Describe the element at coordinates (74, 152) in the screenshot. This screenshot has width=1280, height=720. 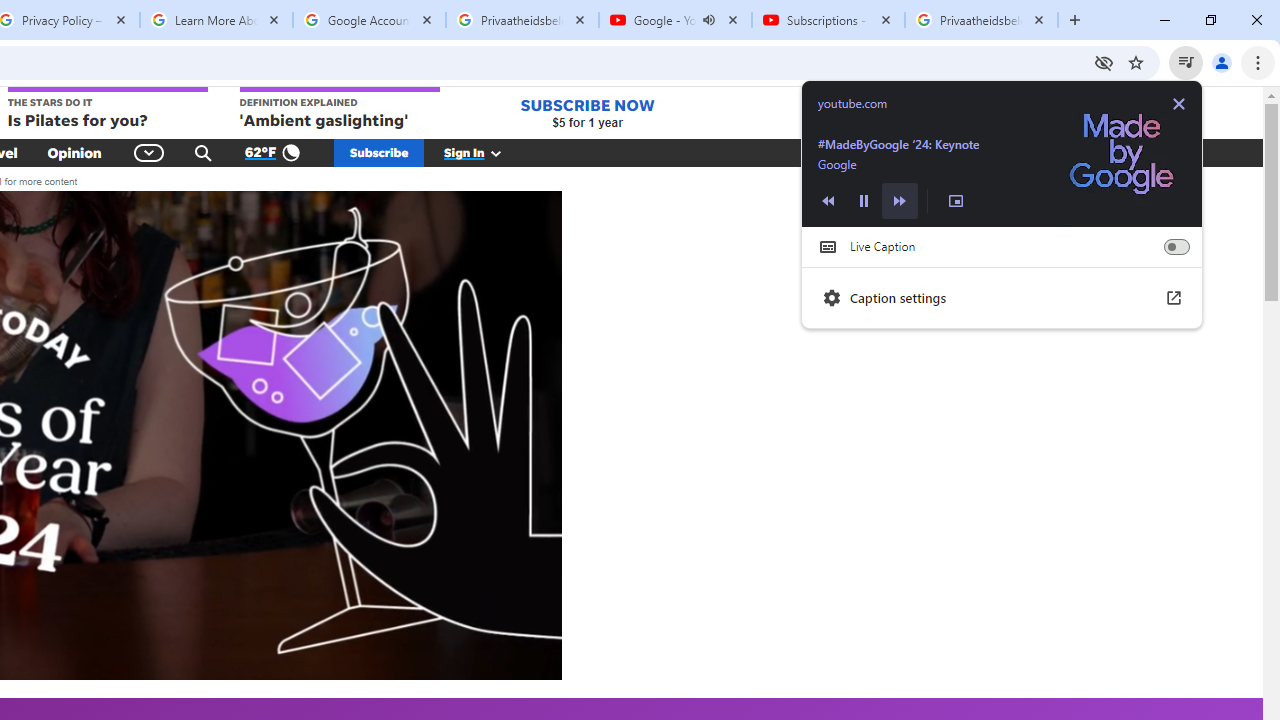
I see `'Opinion'` at that location.